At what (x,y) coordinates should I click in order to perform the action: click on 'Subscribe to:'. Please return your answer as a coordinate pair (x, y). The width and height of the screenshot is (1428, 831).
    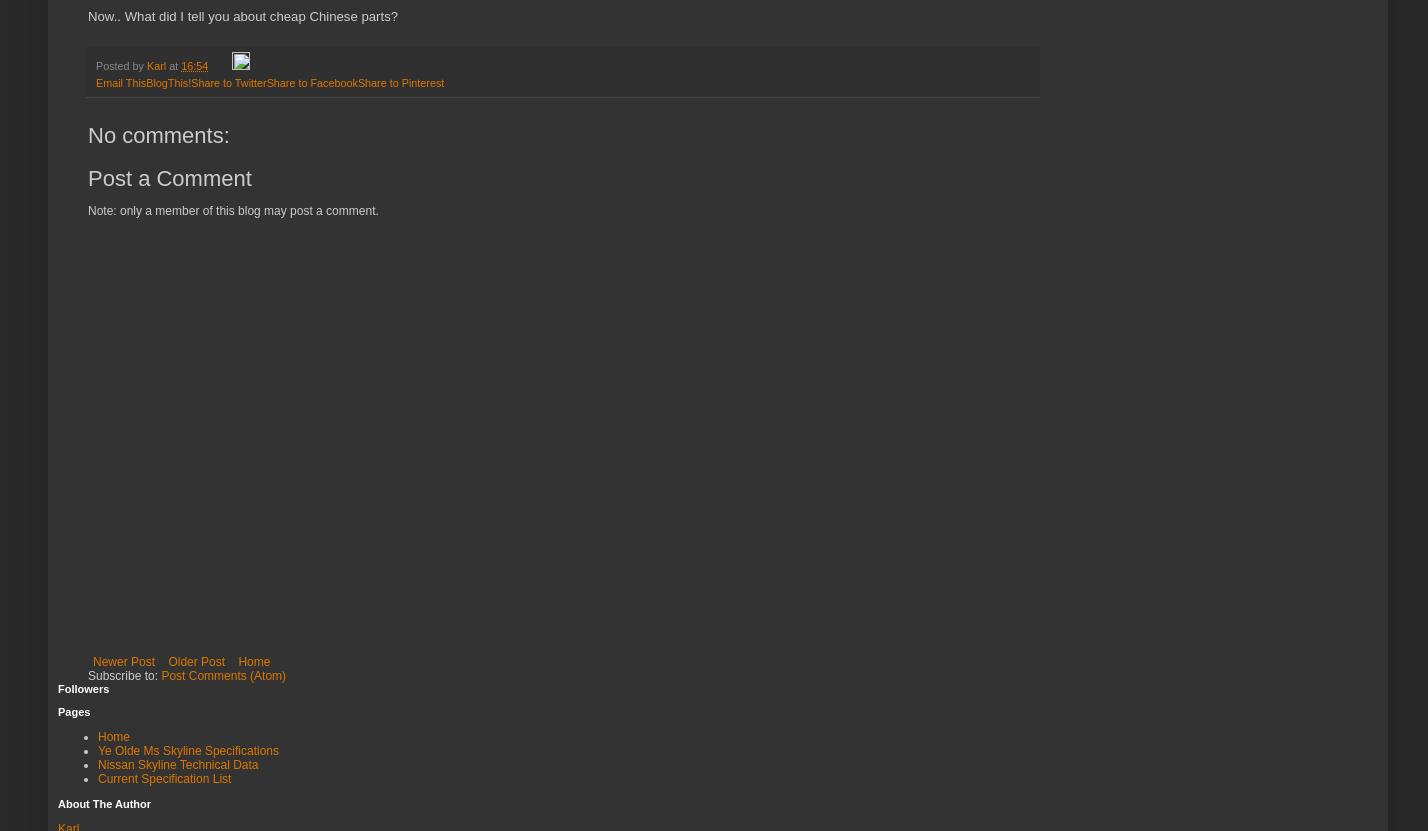
    Looking at the image, I should click on (124, 675).